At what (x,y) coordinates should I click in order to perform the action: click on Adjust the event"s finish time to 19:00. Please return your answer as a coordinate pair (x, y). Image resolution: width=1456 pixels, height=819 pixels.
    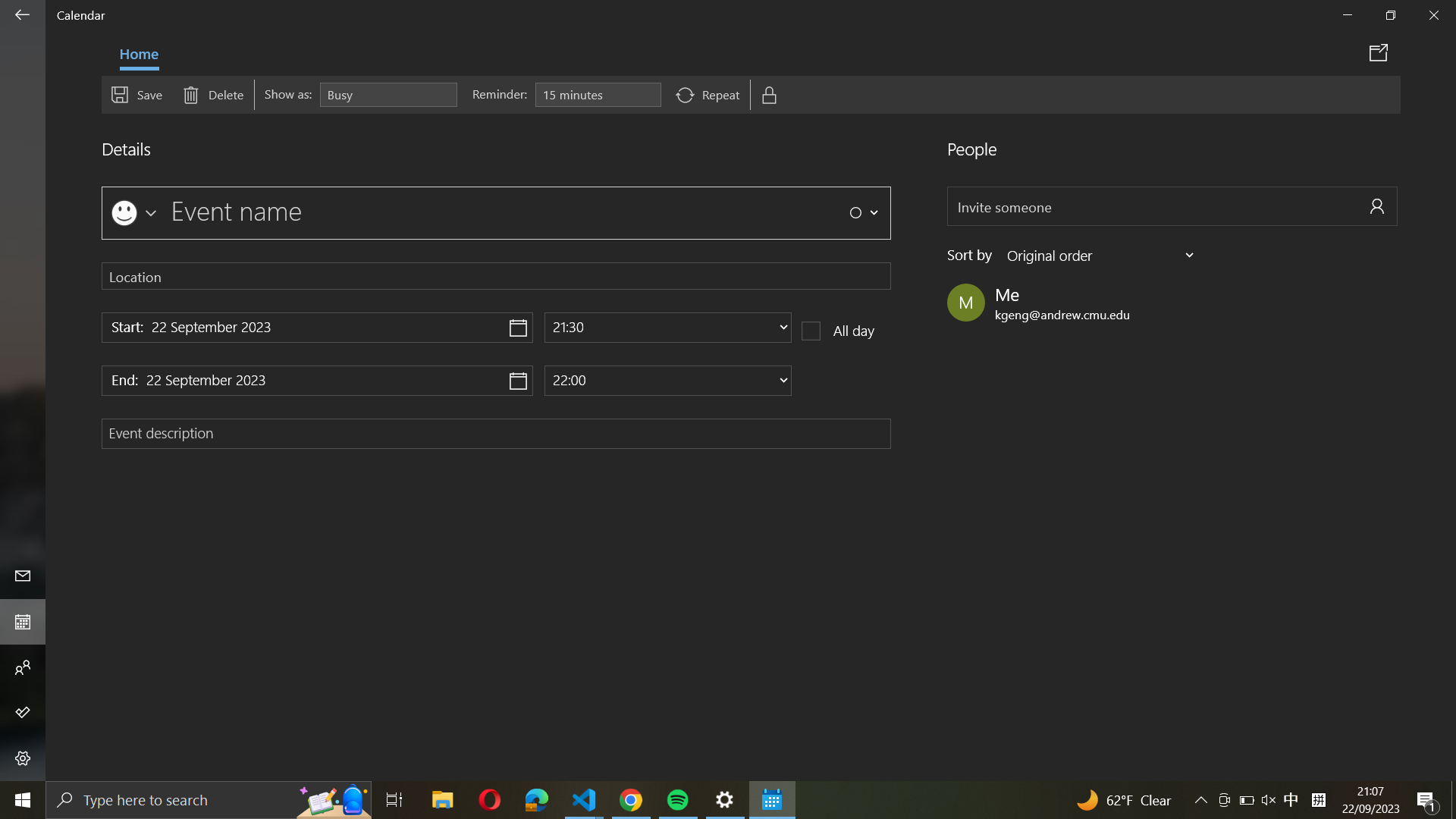
    Looking at the image, I should click on (667, 379).